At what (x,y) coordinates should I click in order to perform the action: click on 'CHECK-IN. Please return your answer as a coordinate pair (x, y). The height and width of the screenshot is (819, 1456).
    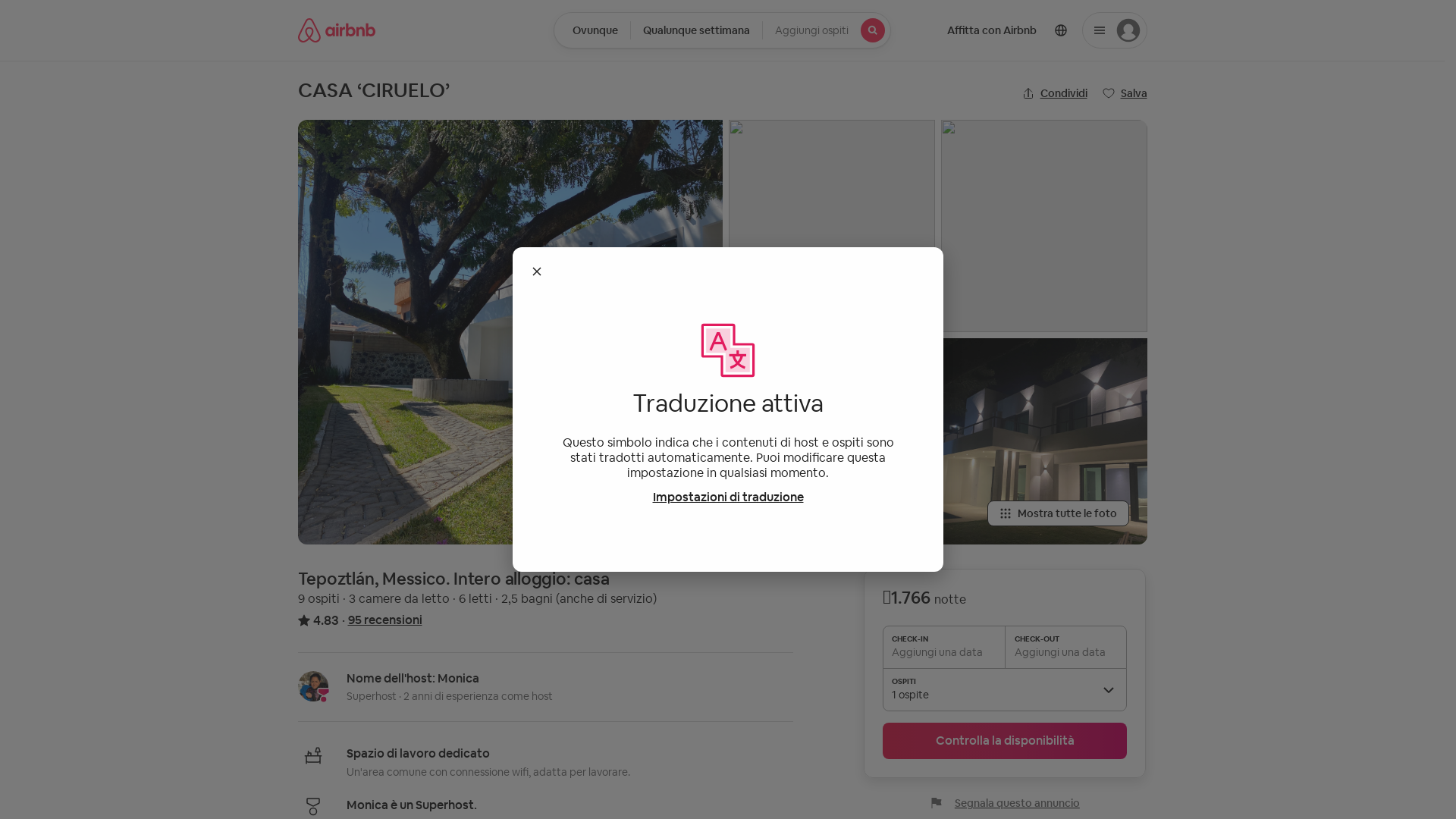
    Looking at the image, I should click on (1004, 646).